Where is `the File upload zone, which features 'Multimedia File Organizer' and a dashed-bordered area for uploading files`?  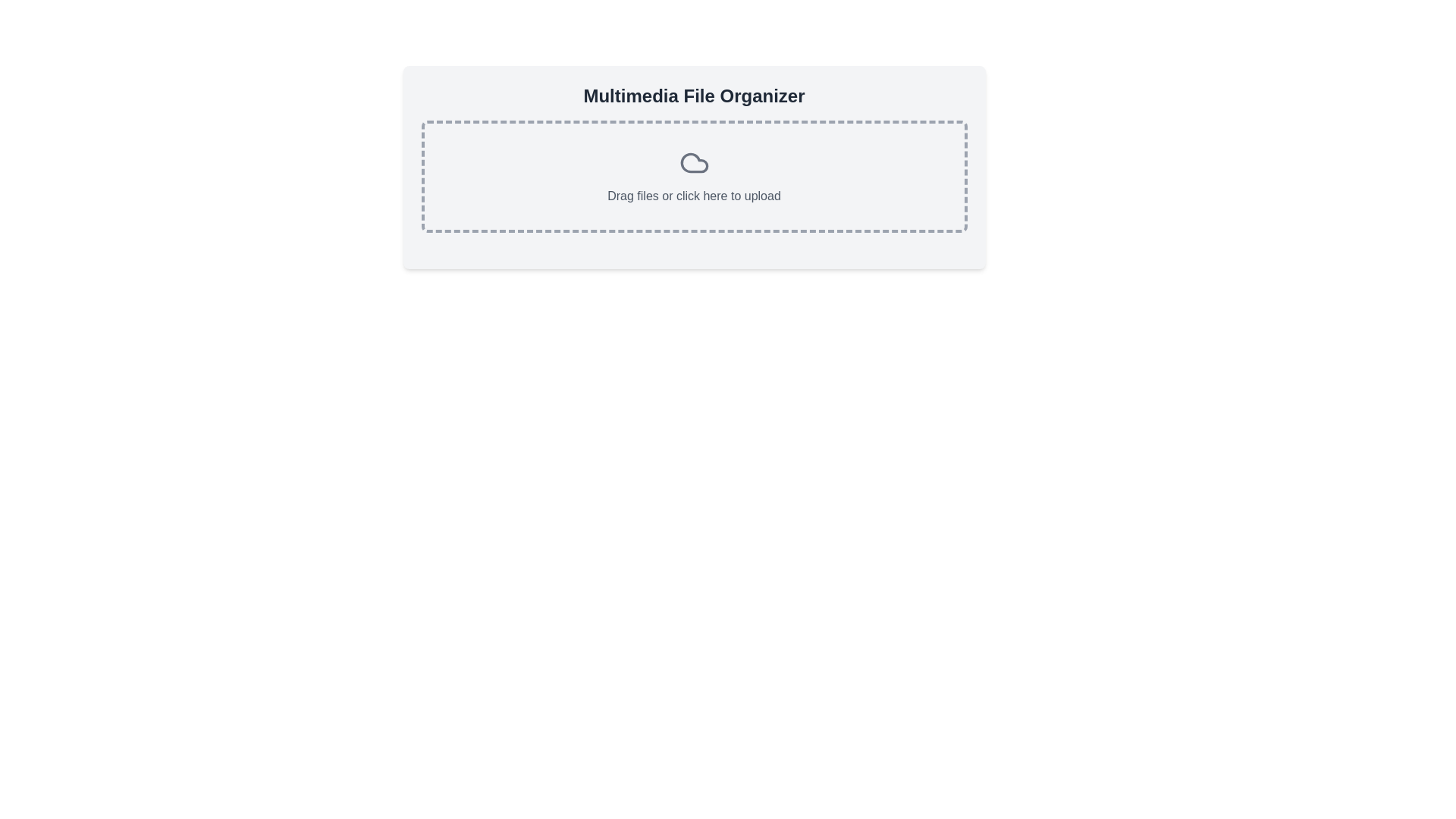 the File upload zone, which features 'Multimedia File Organizer' and a dashed-bordered area for uploading files is located at coordinates (693, 167).